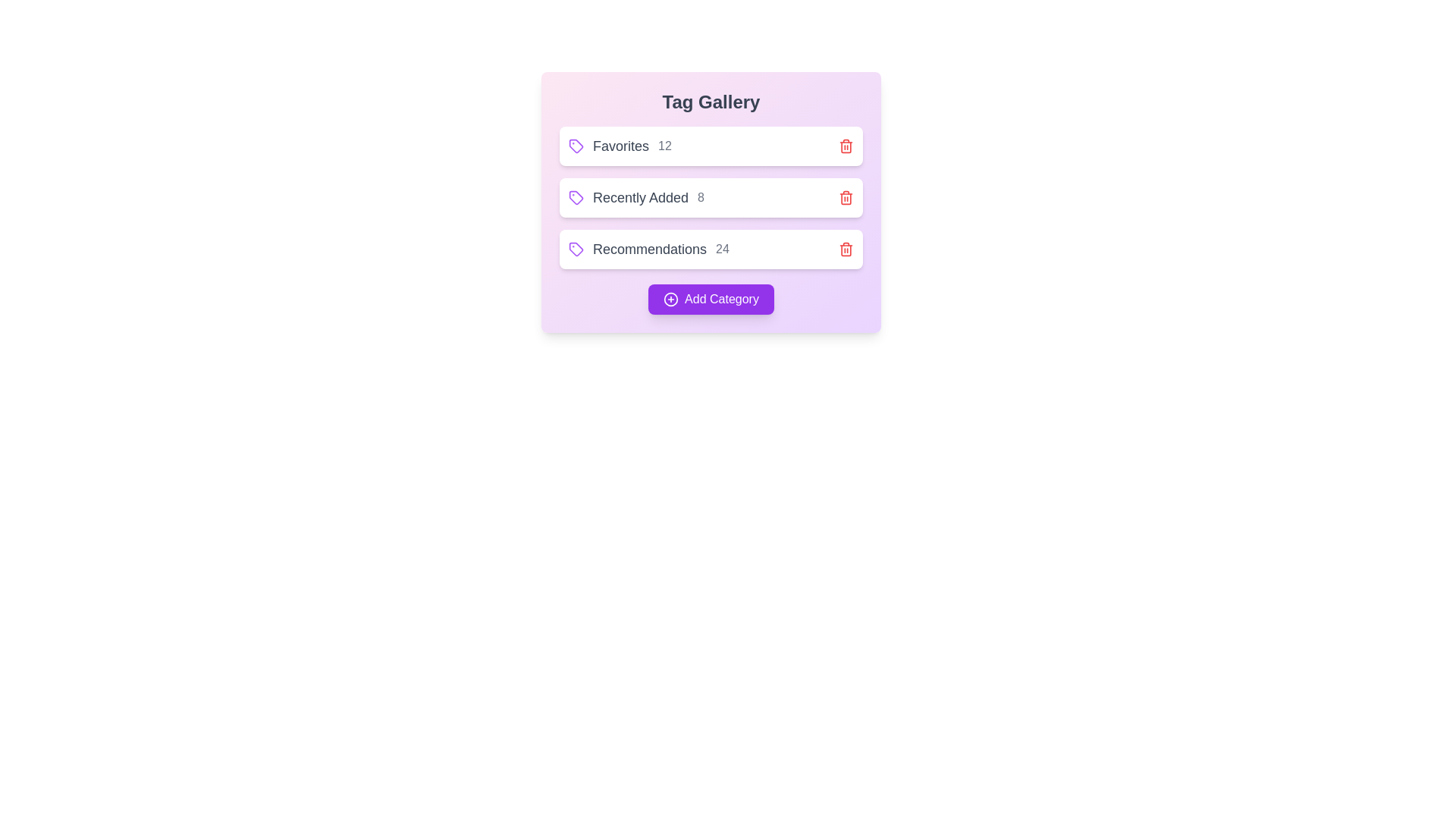  Describe the element at coordinates (710, 299) in the screenshot. I see `'Add Category' button to add a new tag` at that location.